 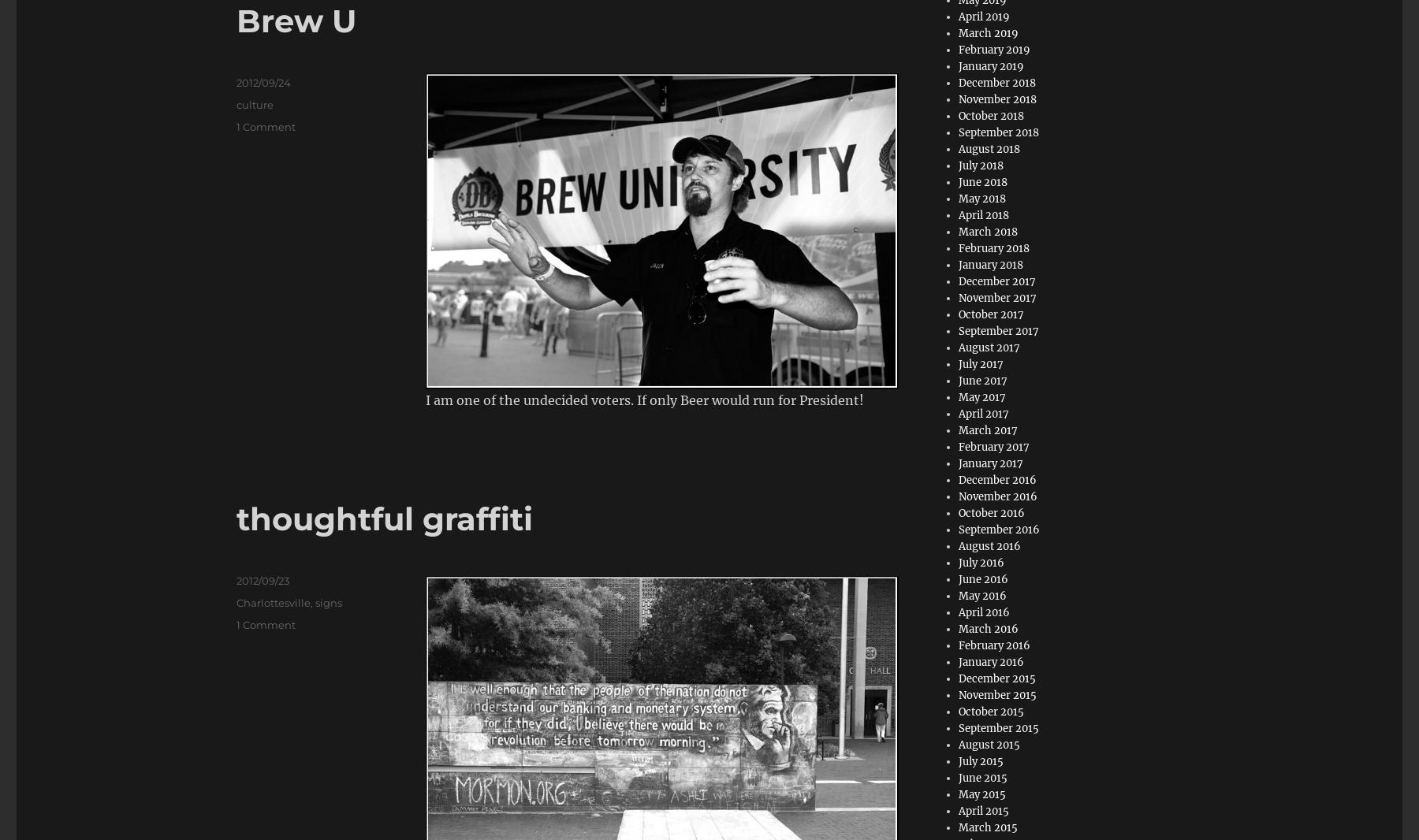 I want to click on 'March 2018', so click(x=988, y=232).